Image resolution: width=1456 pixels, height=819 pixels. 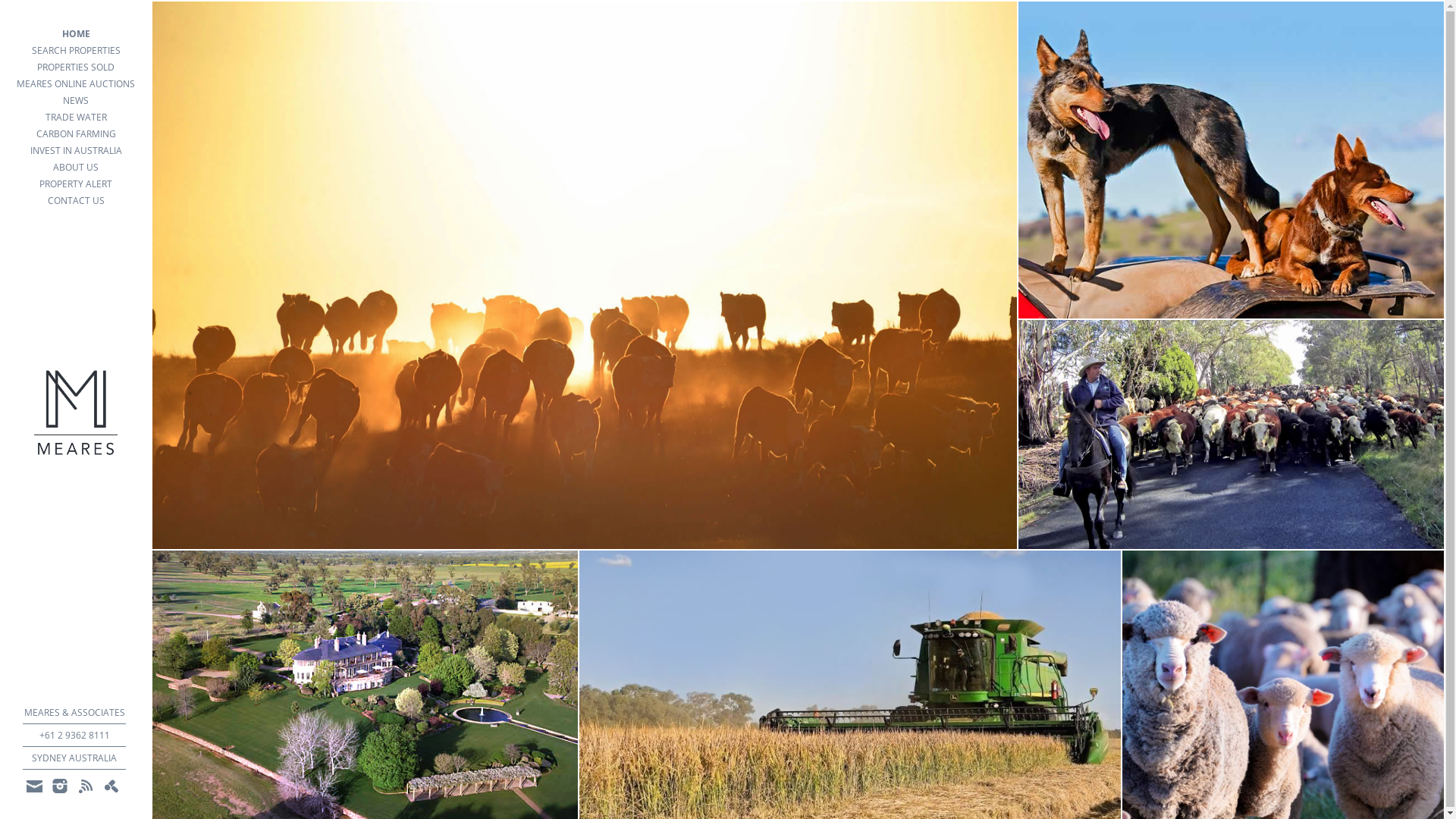 What do you see at coordinates (0, 133) in the screenshot?
I see `'CARBON FARMING'` at bounding box center [0, 133].